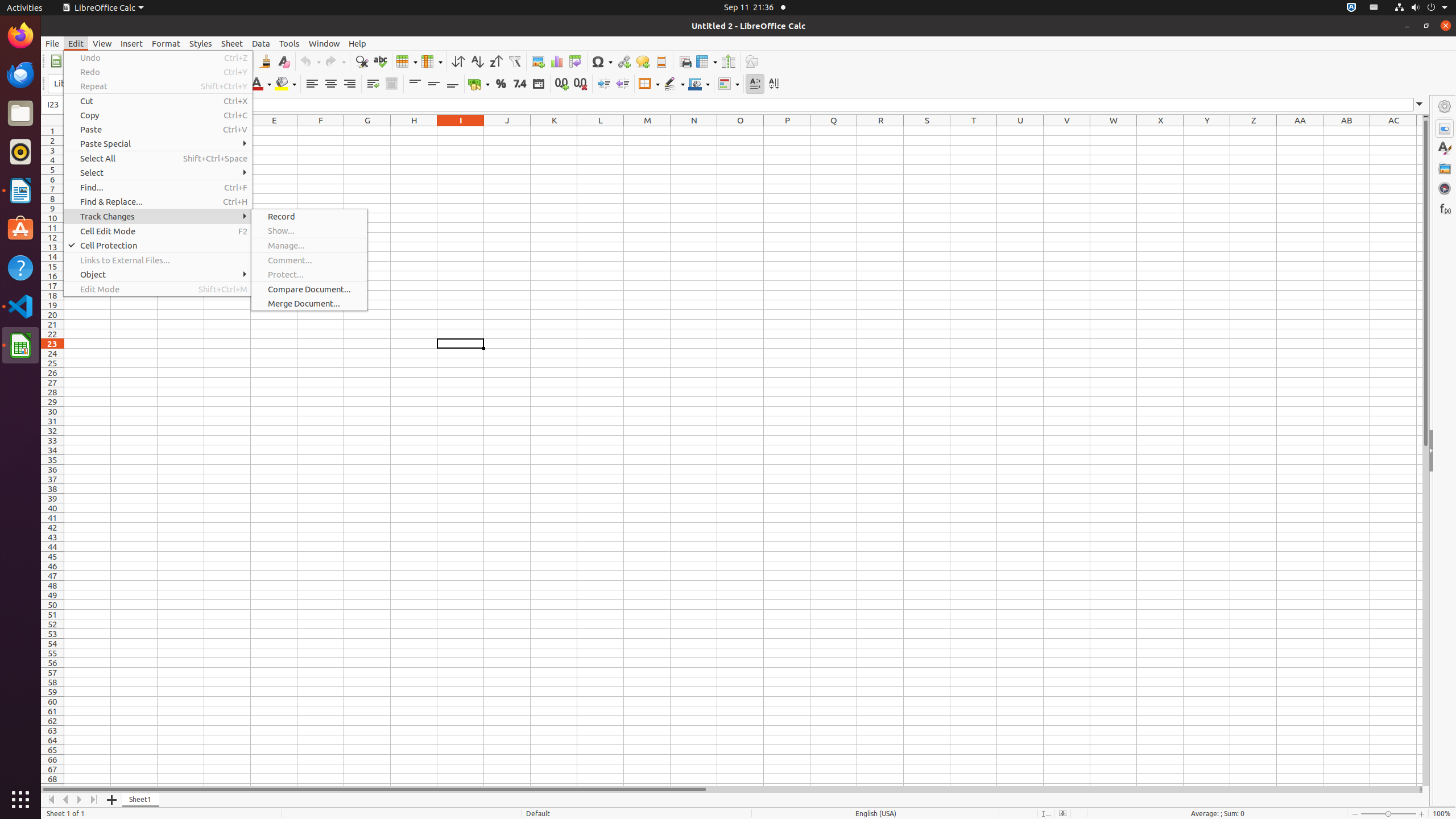 The height and width of the screenshot is (819, 1456). I want to click on 'AutoFilter', so click(514, 61).